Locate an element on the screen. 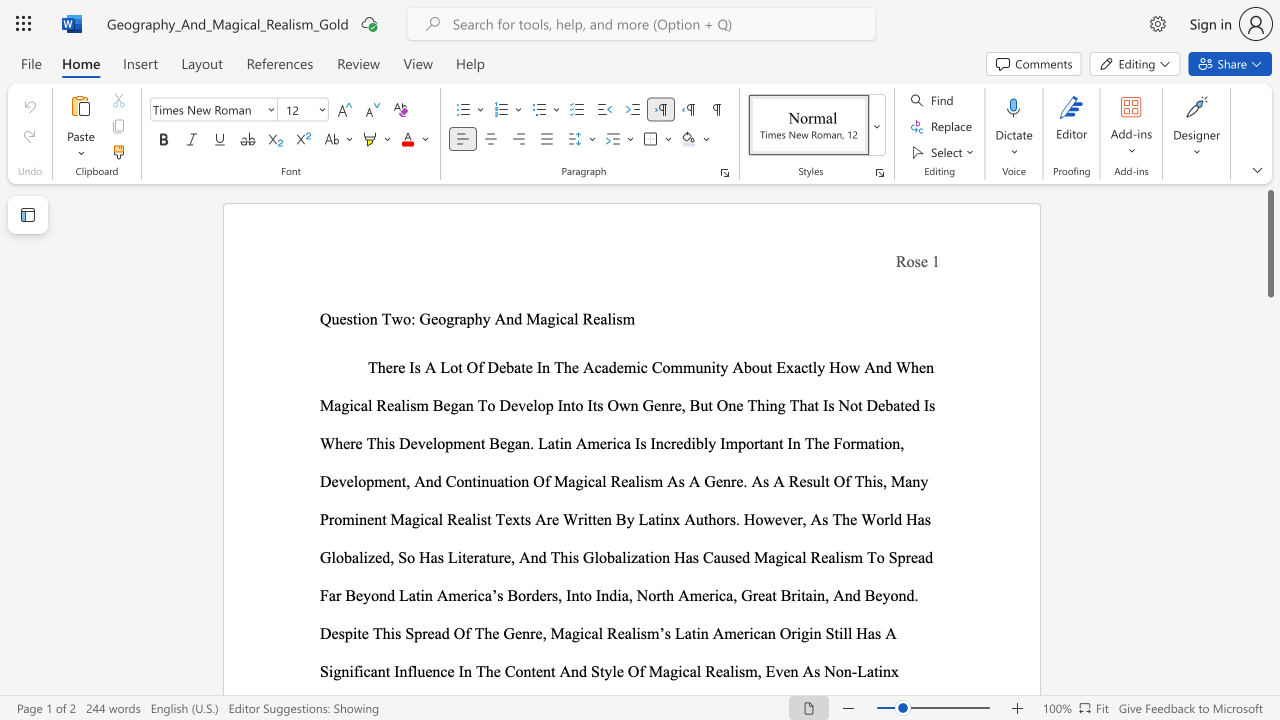 The height and width of the screenshot is (720, 1280). the scrollbar to slide the page down is located at coordinates (1269, 560).